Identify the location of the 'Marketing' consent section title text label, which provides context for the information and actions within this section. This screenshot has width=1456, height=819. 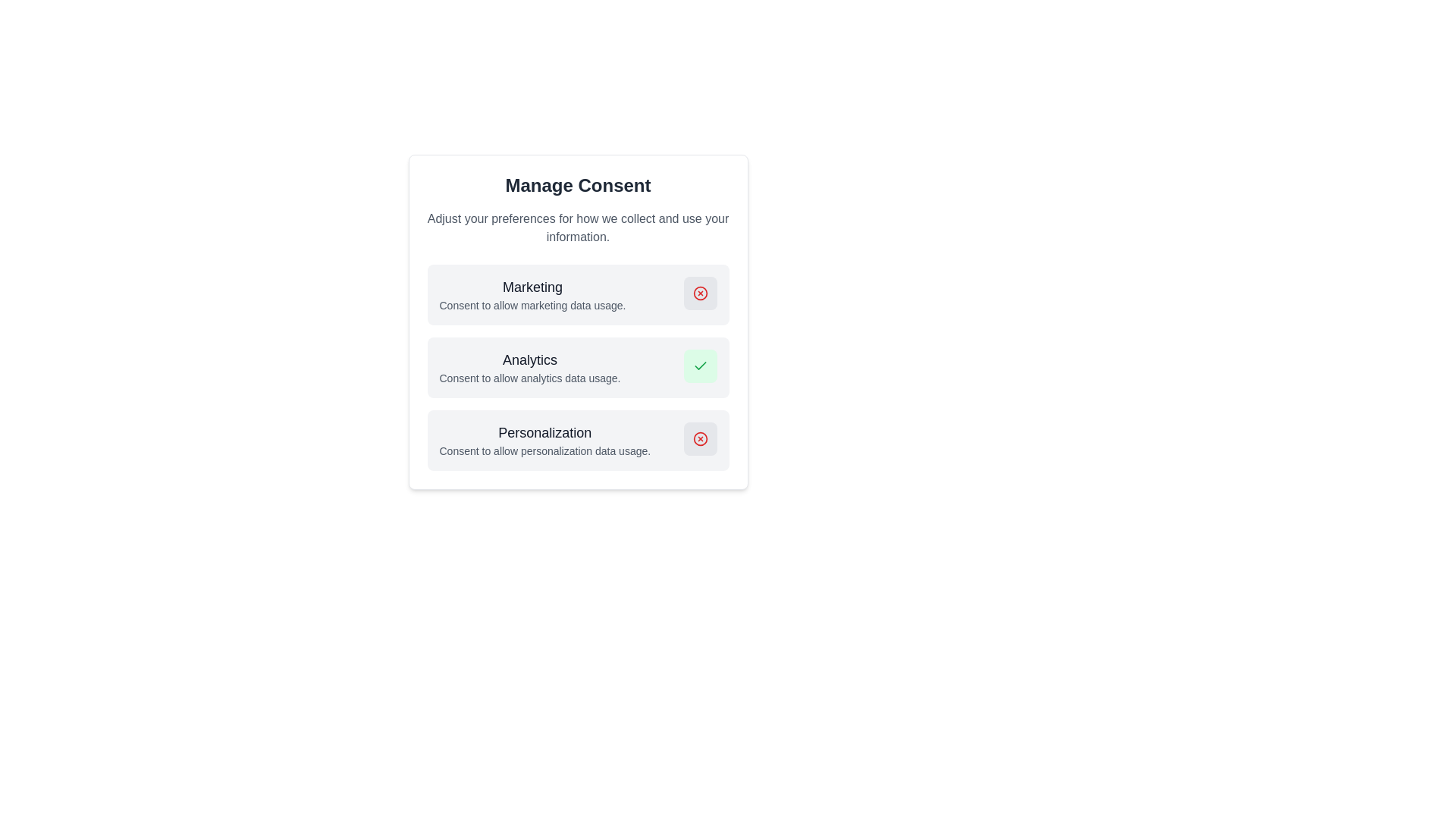
(532, 287).